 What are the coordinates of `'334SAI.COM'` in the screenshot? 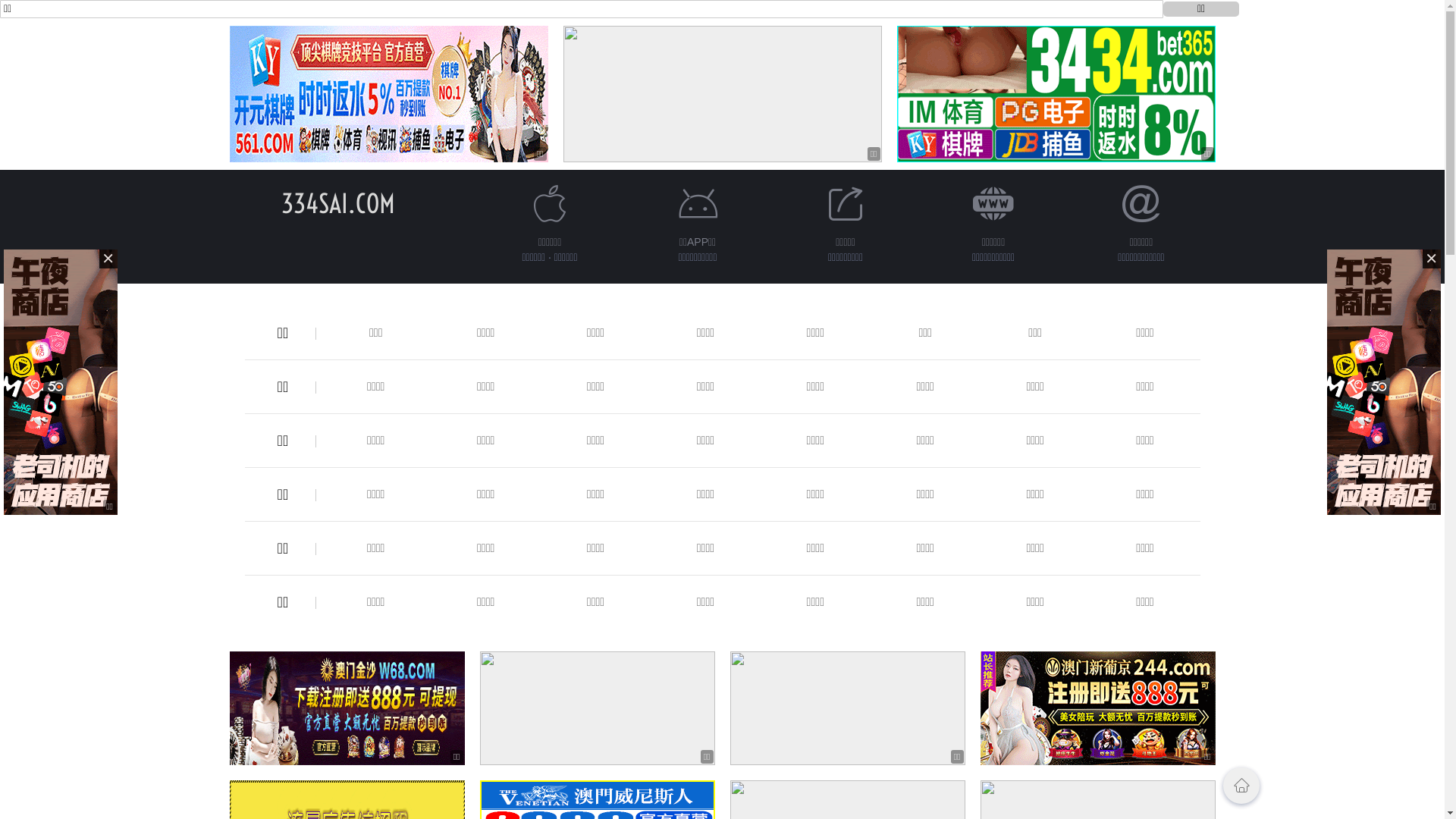 It's located at (337, 202).